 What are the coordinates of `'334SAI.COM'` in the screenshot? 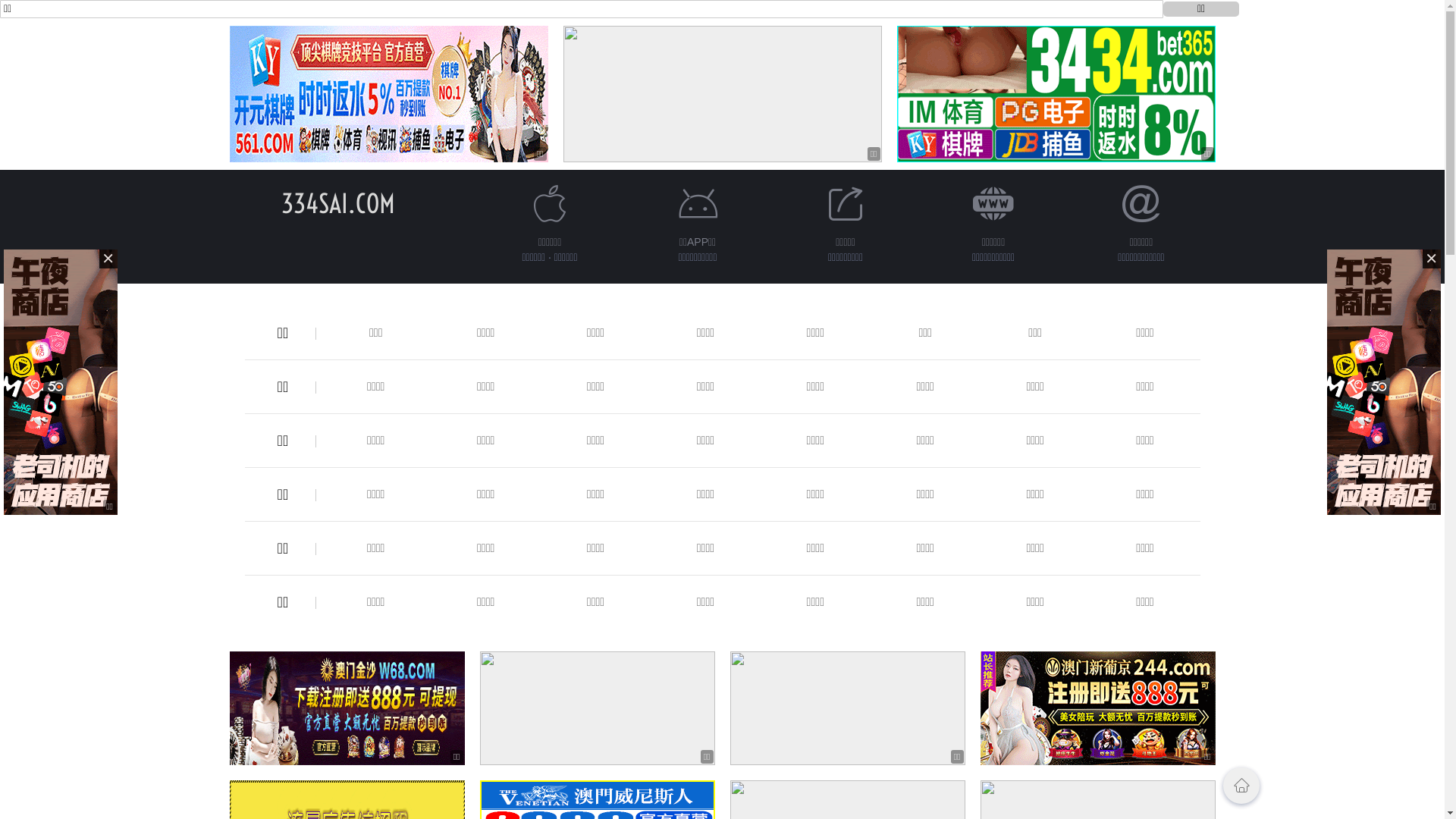 It's located at (337, 202).